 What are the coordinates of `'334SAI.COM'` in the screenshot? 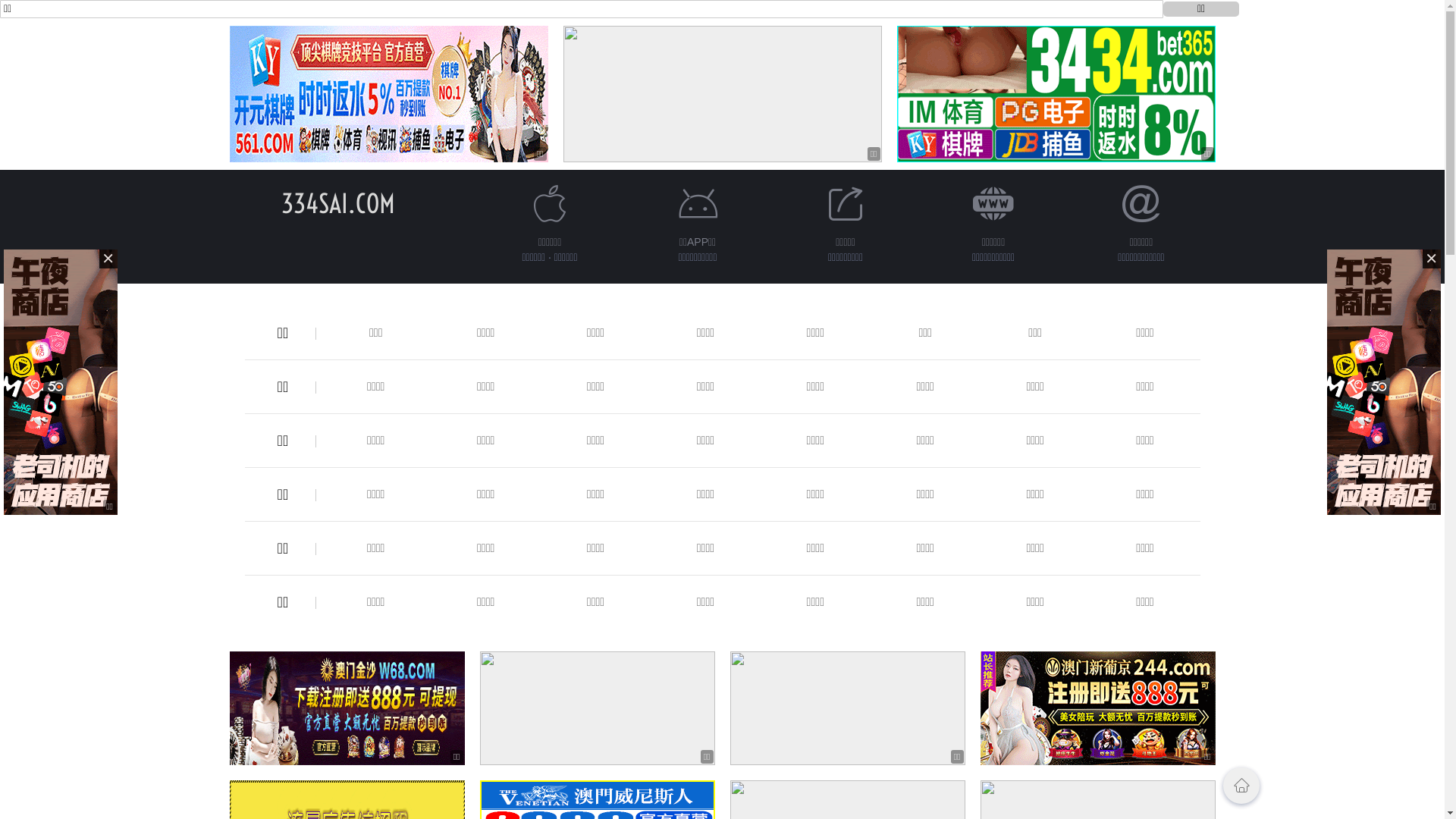 It's located at (337, 202).